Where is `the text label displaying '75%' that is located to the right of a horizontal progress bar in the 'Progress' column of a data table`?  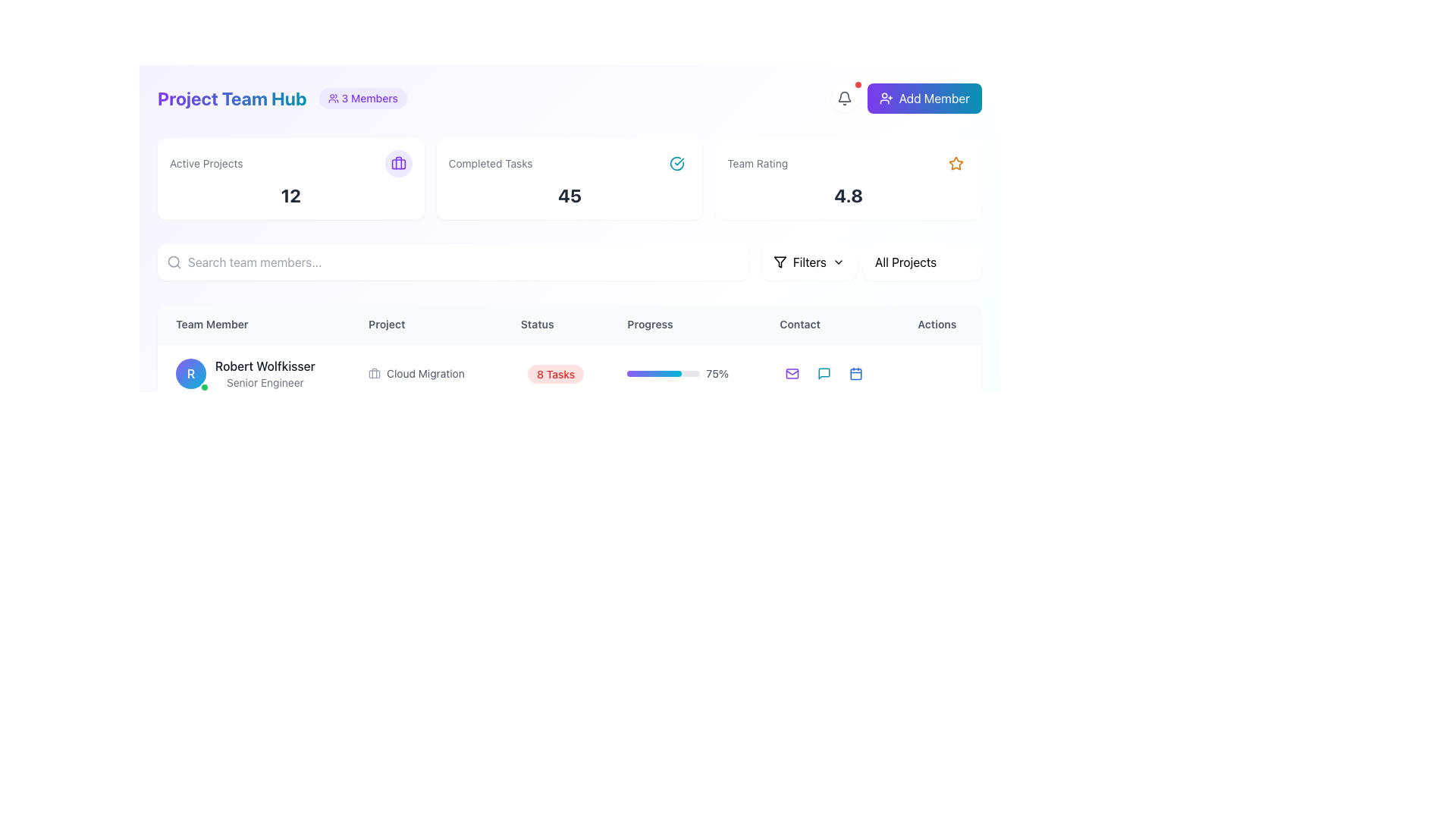
the text label displaying '75%' that is located to the right of a horizontal progress bar in the 'Progress' column of a data table is located at coordinates (717, 374).